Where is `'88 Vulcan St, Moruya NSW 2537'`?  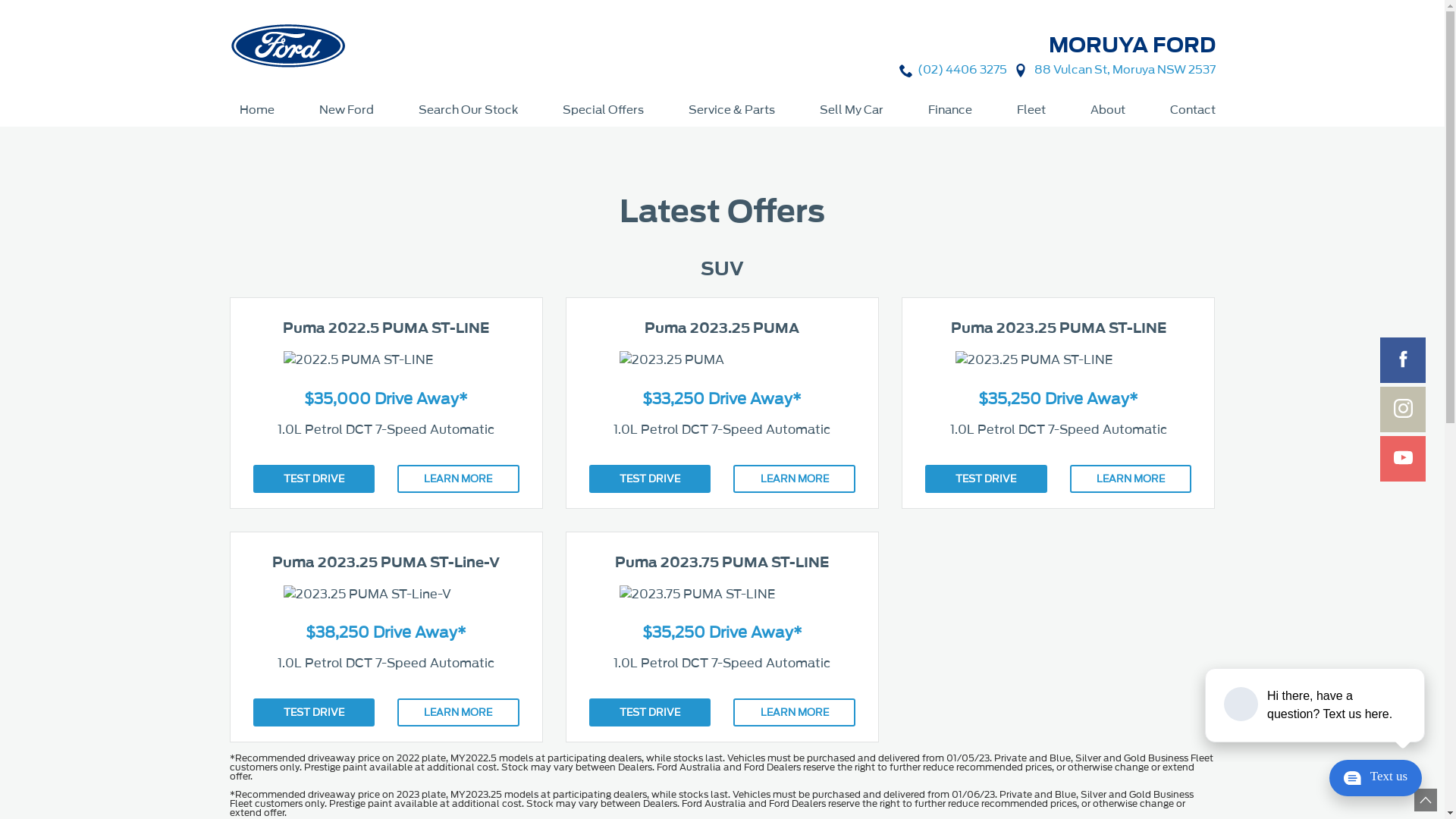 '88 Vulcan St, Moruya NSW 2537' is located at coordinates (1033, 69).